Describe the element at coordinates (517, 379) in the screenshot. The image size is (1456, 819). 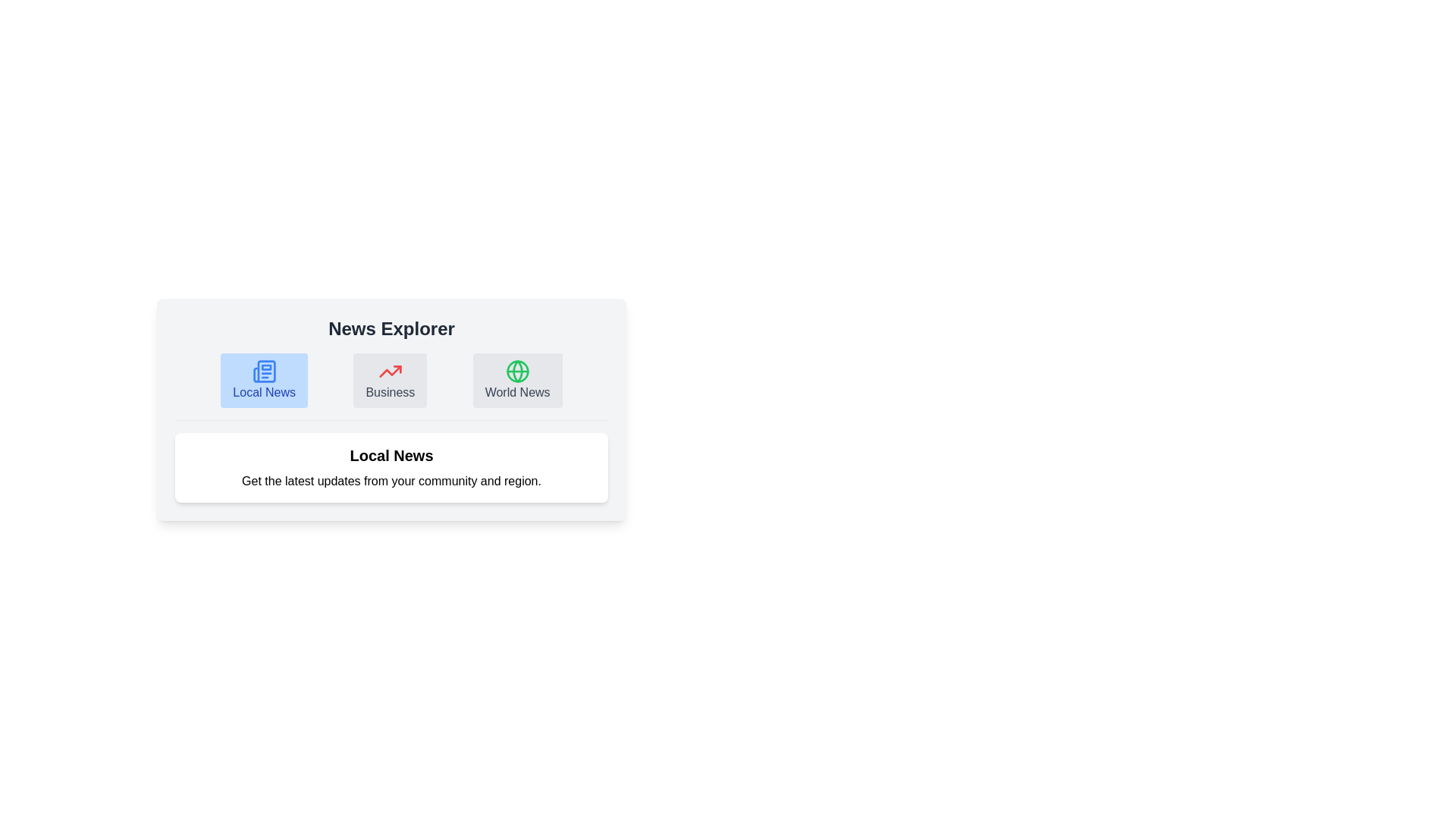
I see `the icon for World News` at that location.